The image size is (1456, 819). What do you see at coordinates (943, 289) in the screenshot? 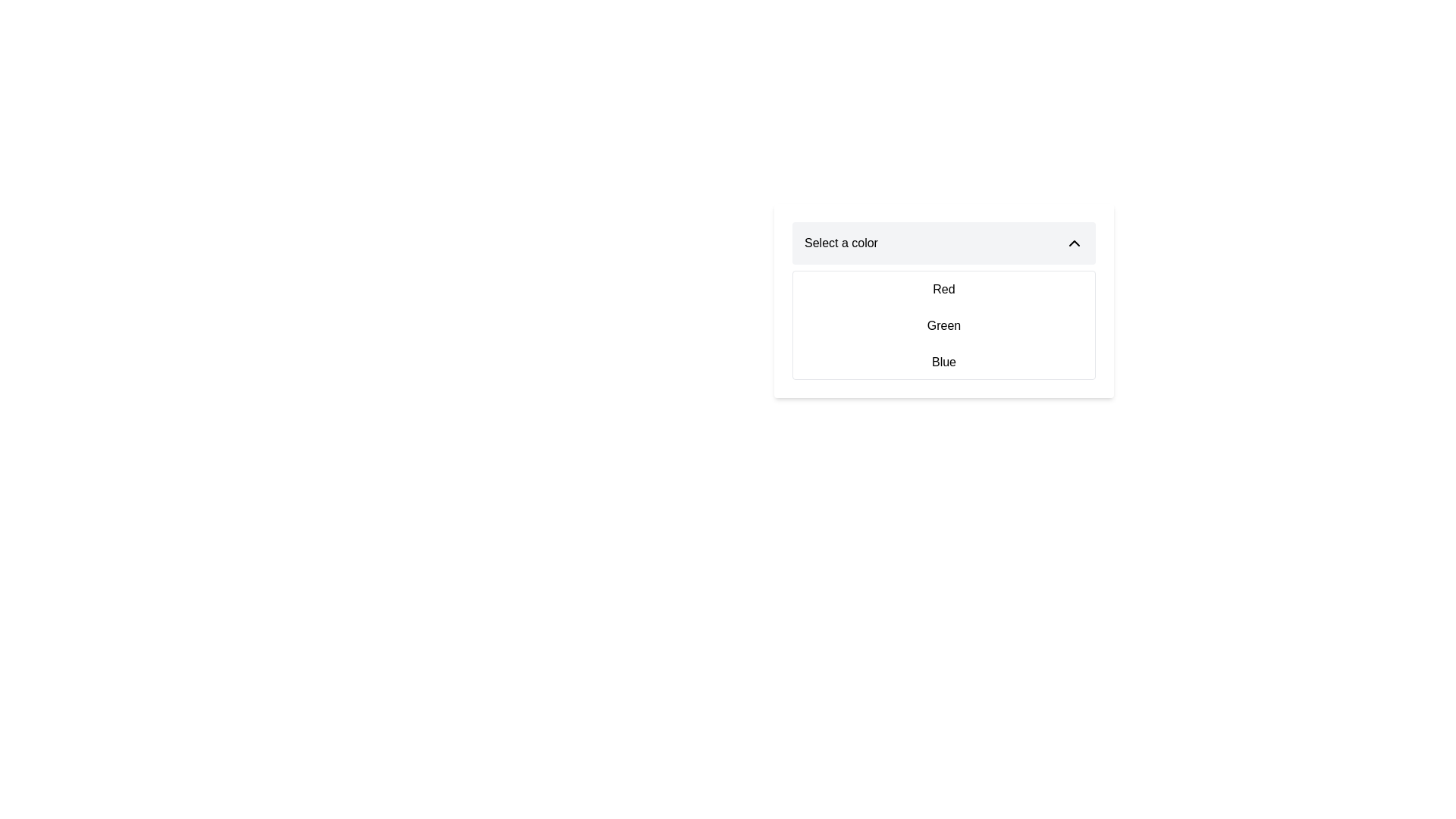
I see `the first list item labeled 'Red' in the dropdown menu` at bounding box center [943, 289].